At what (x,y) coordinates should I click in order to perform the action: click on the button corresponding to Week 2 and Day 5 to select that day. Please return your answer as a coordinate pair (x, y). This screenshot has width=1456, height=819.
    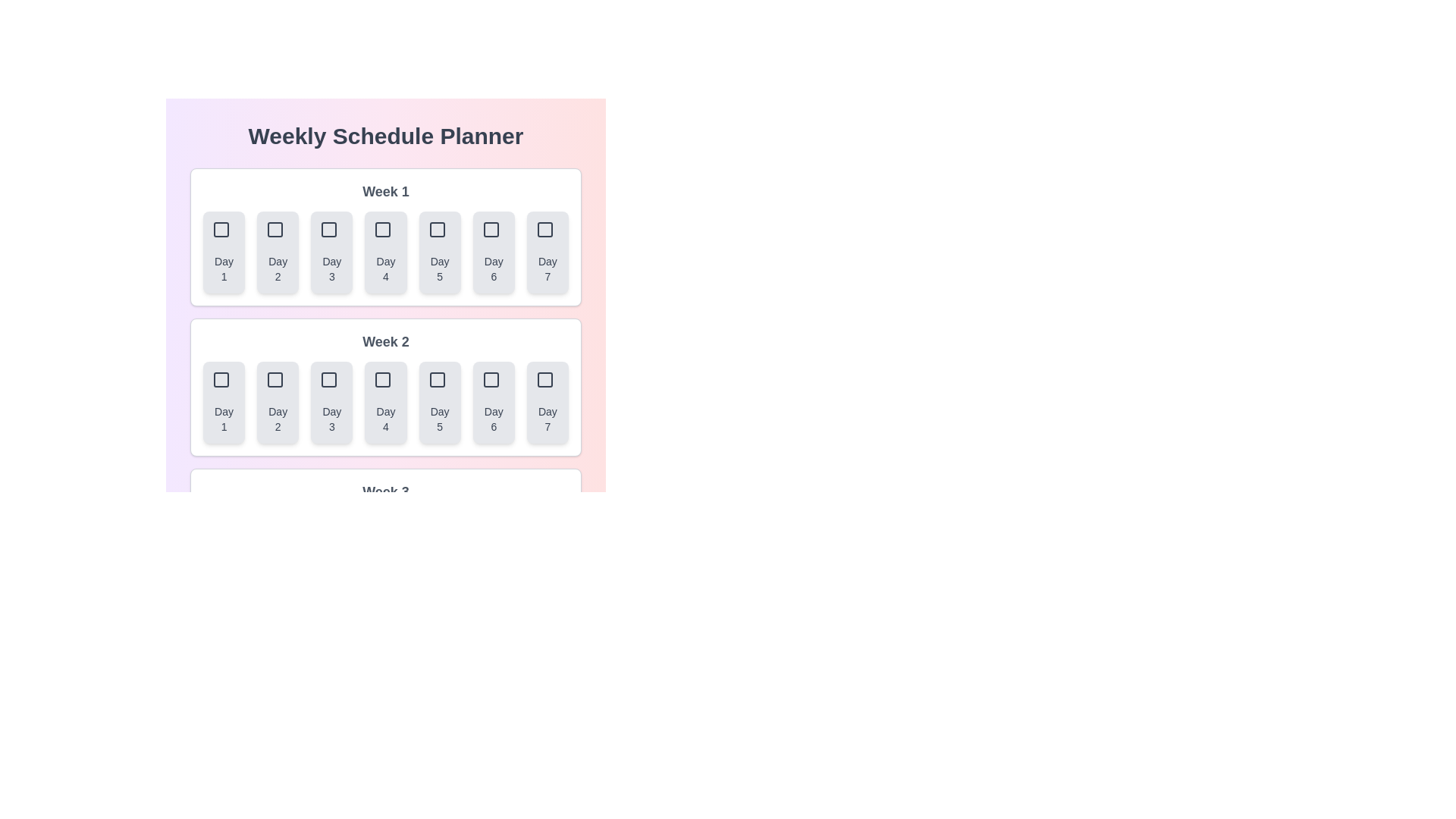
    Looking at the image, I should click on (439, 402).